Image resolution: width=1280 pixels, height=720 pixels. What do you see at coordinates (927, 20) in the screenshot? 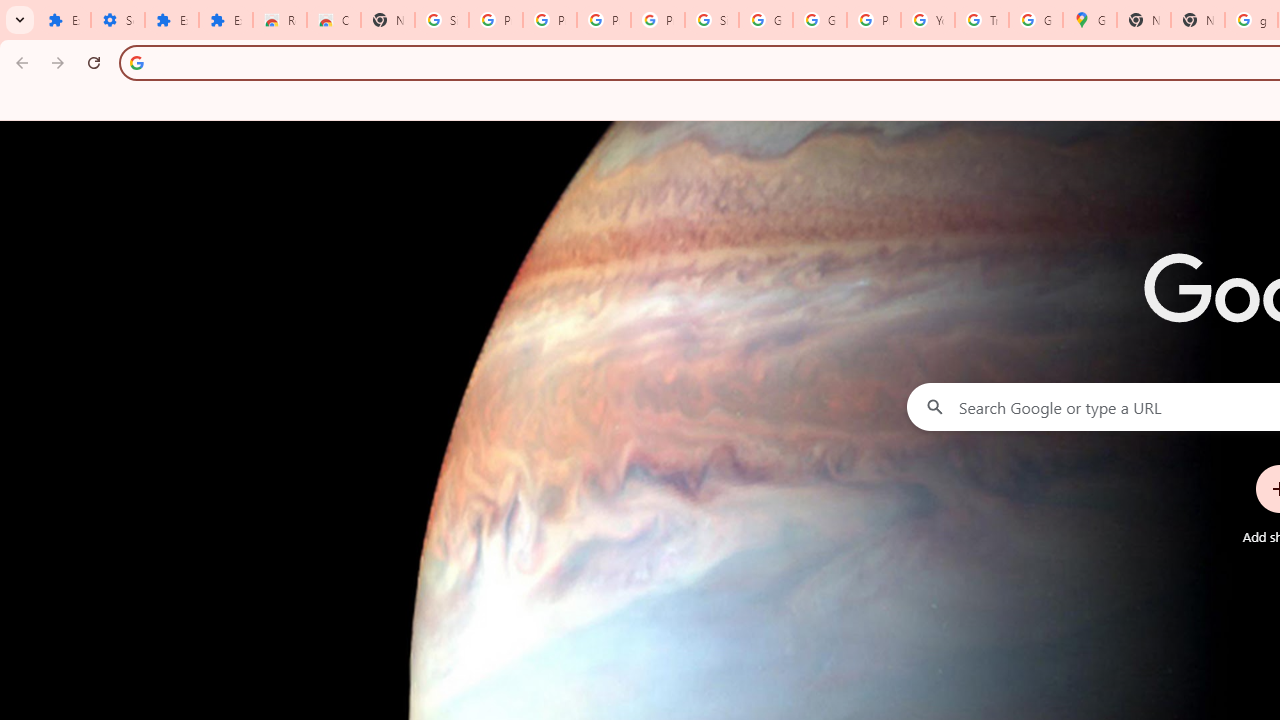
I see `'YouTube'` at bounding box center [927, 20].